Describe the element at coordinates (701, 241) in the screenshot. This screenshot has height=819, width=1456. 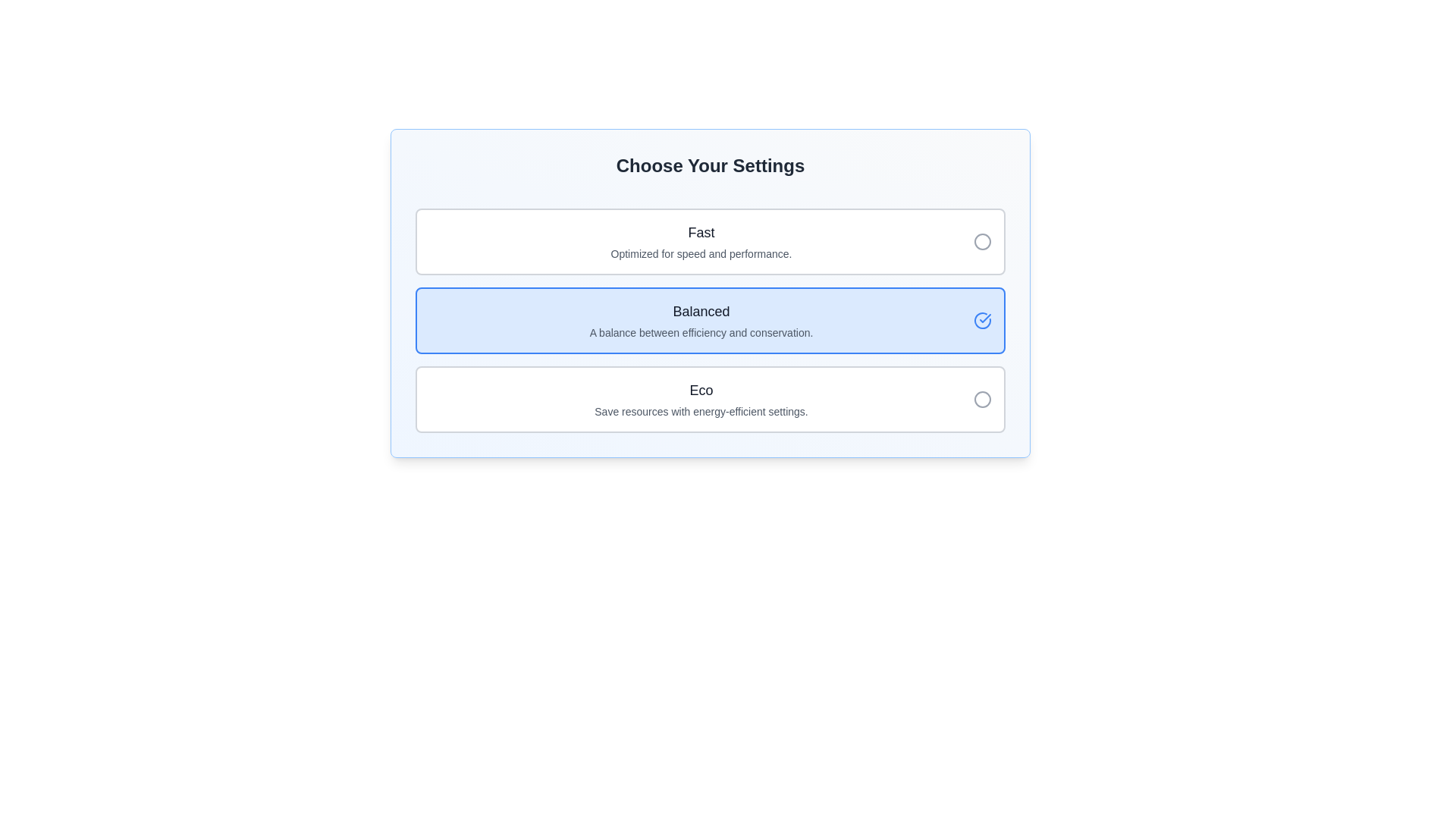
I see `the 'Fast' configuration selectable list item located at the top of the settings options` at that location.